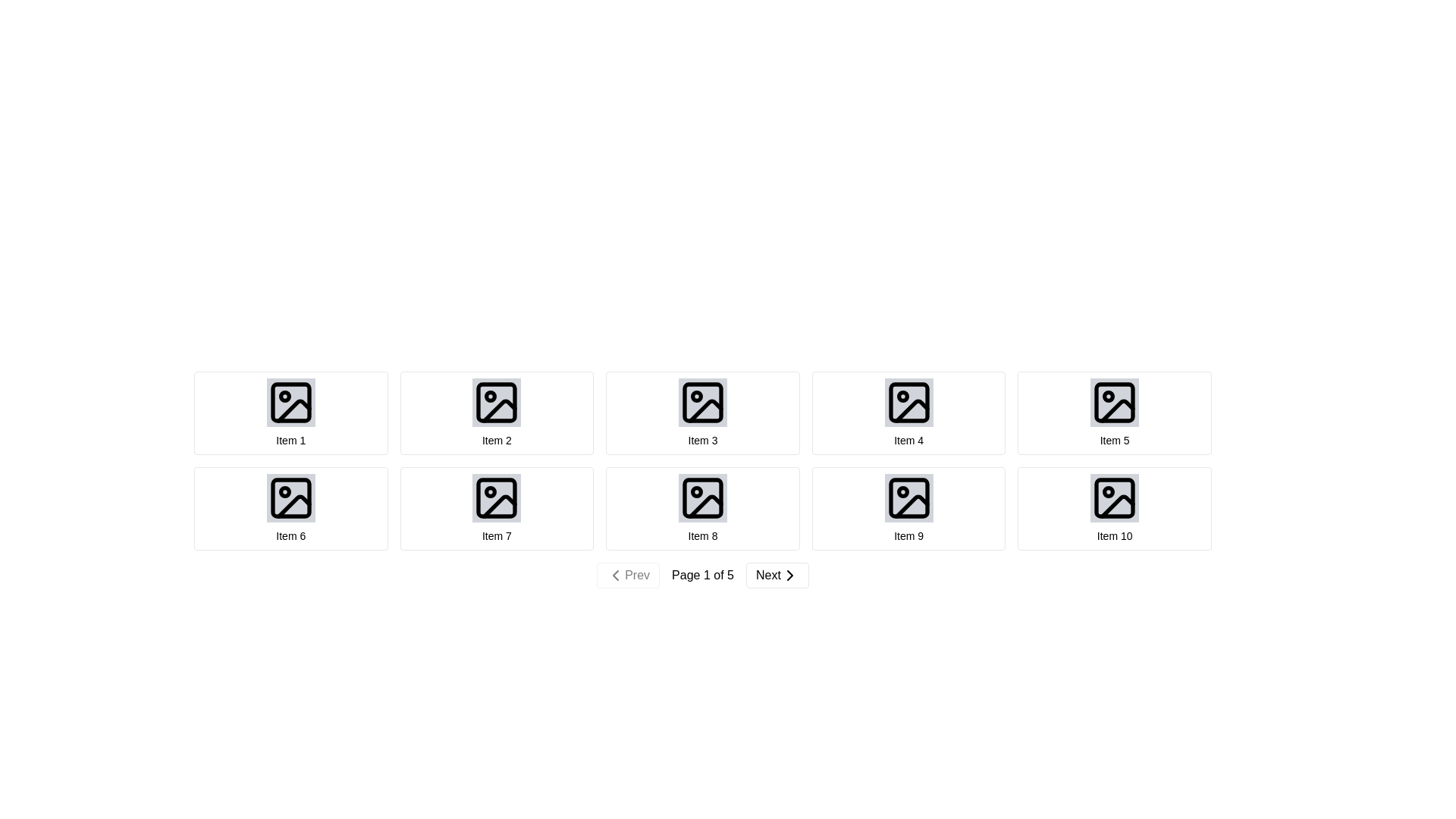  Describe the element at coordinates (491, 396) in the screenshot. I see `the decorative circle located within the image icon of 'Item 2' in the first row of the UI grid` at that location.